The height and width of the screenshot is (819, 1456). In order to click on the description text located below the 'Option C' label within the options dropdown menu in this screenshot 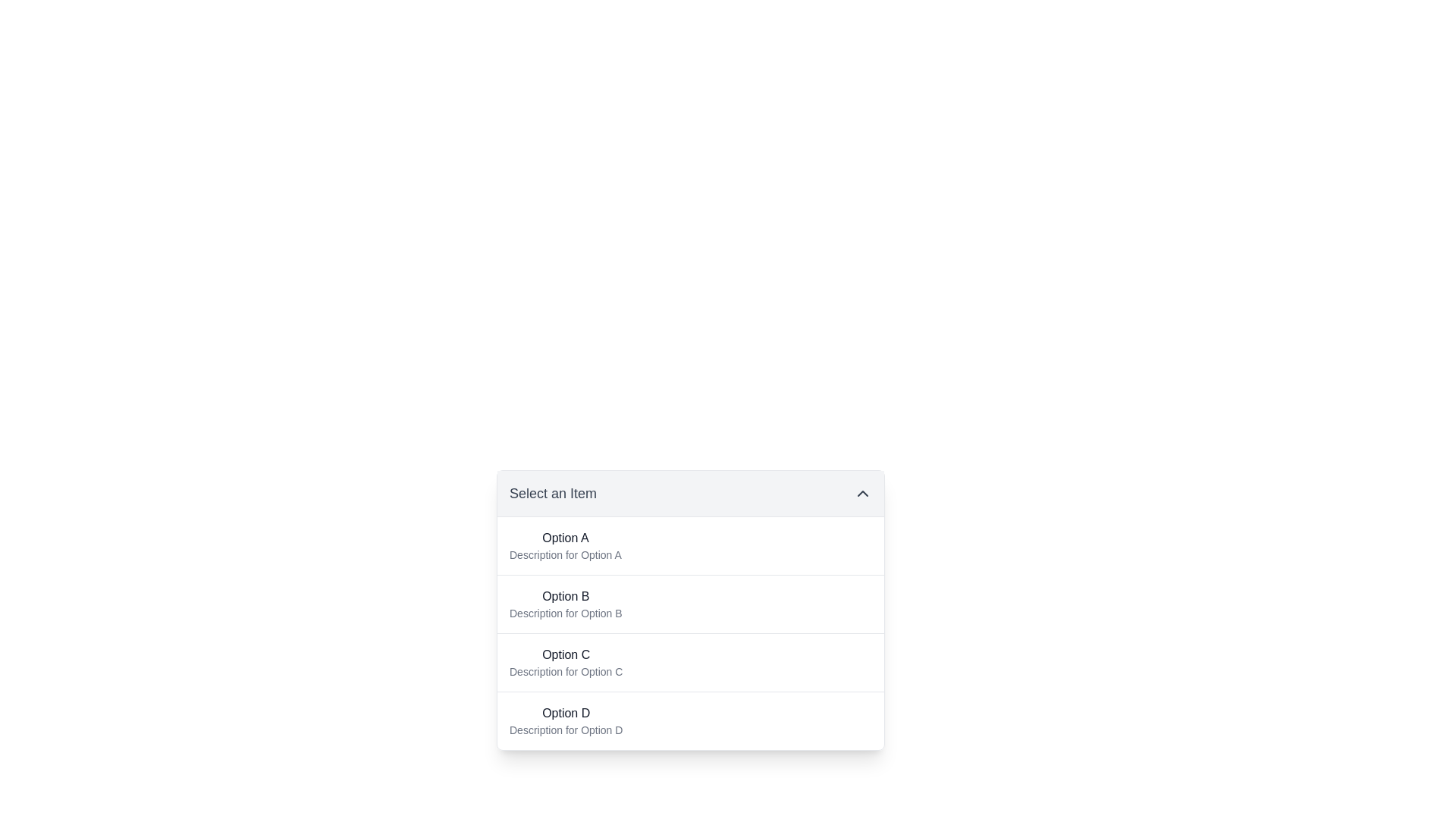, I will do `click(565, 671)`.